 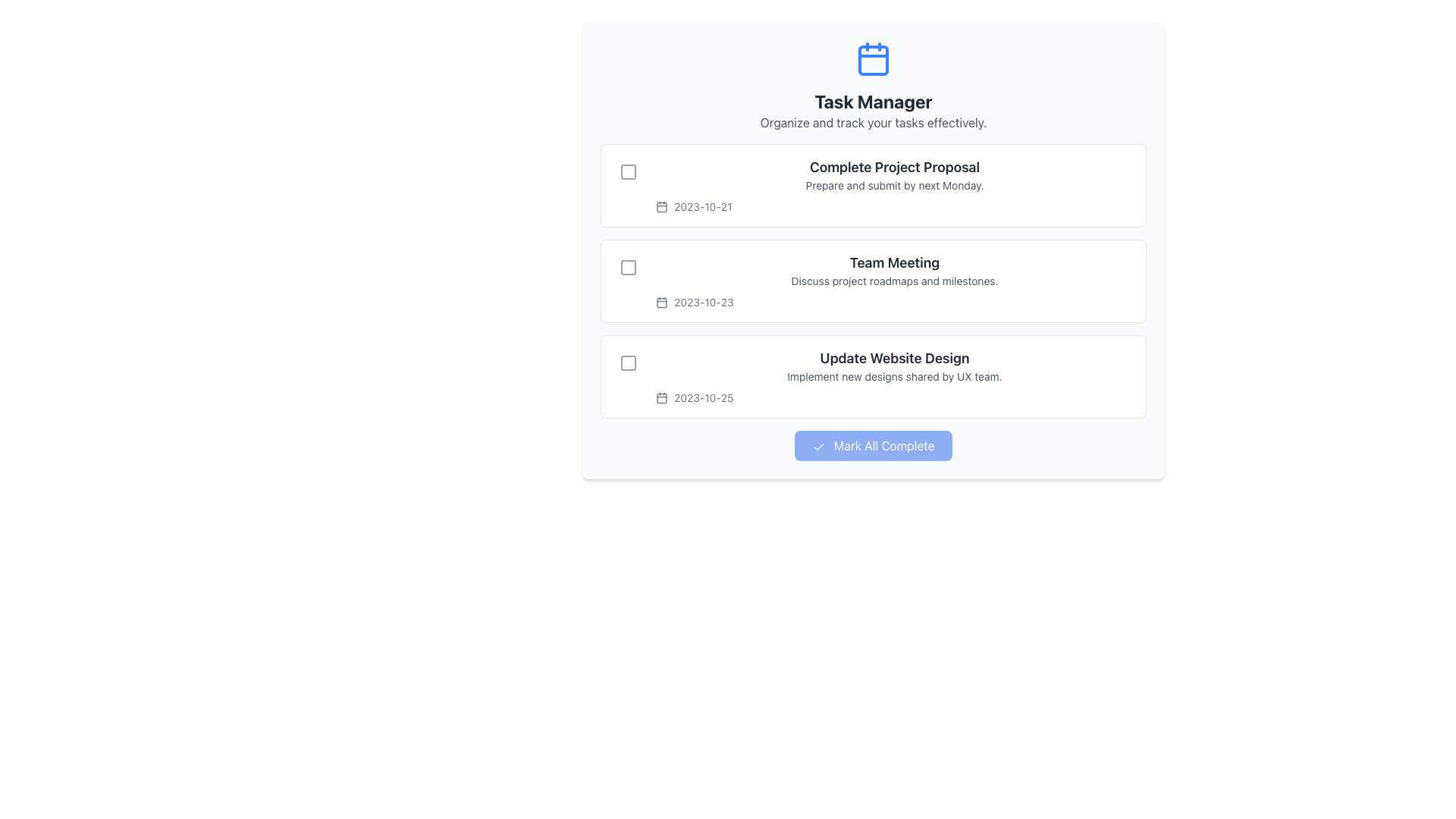 I want to click on the checkbox located to the left of the task item labeled 'Update Website Design' to indicate its completion state, so click(x=629, y=362).